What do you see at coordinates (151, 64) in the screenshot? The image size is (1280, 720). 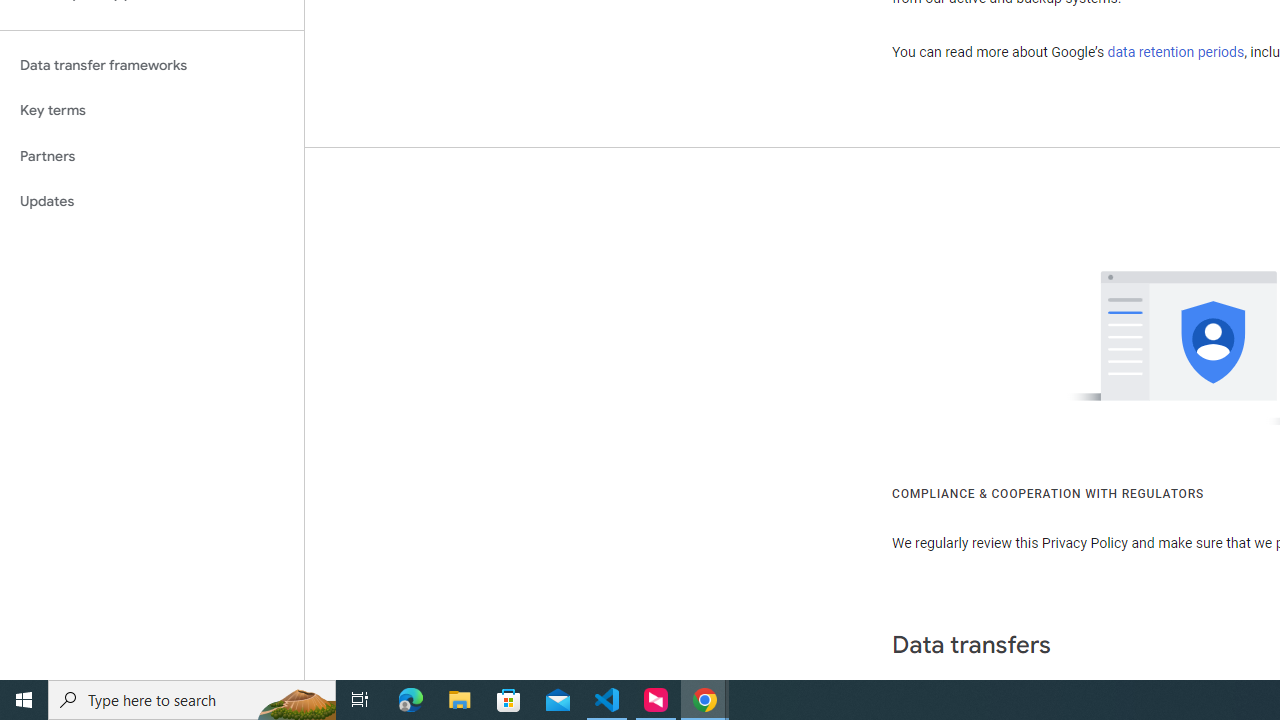 I see `'Data transfer frameworks'` at bounding box center [151, 64].